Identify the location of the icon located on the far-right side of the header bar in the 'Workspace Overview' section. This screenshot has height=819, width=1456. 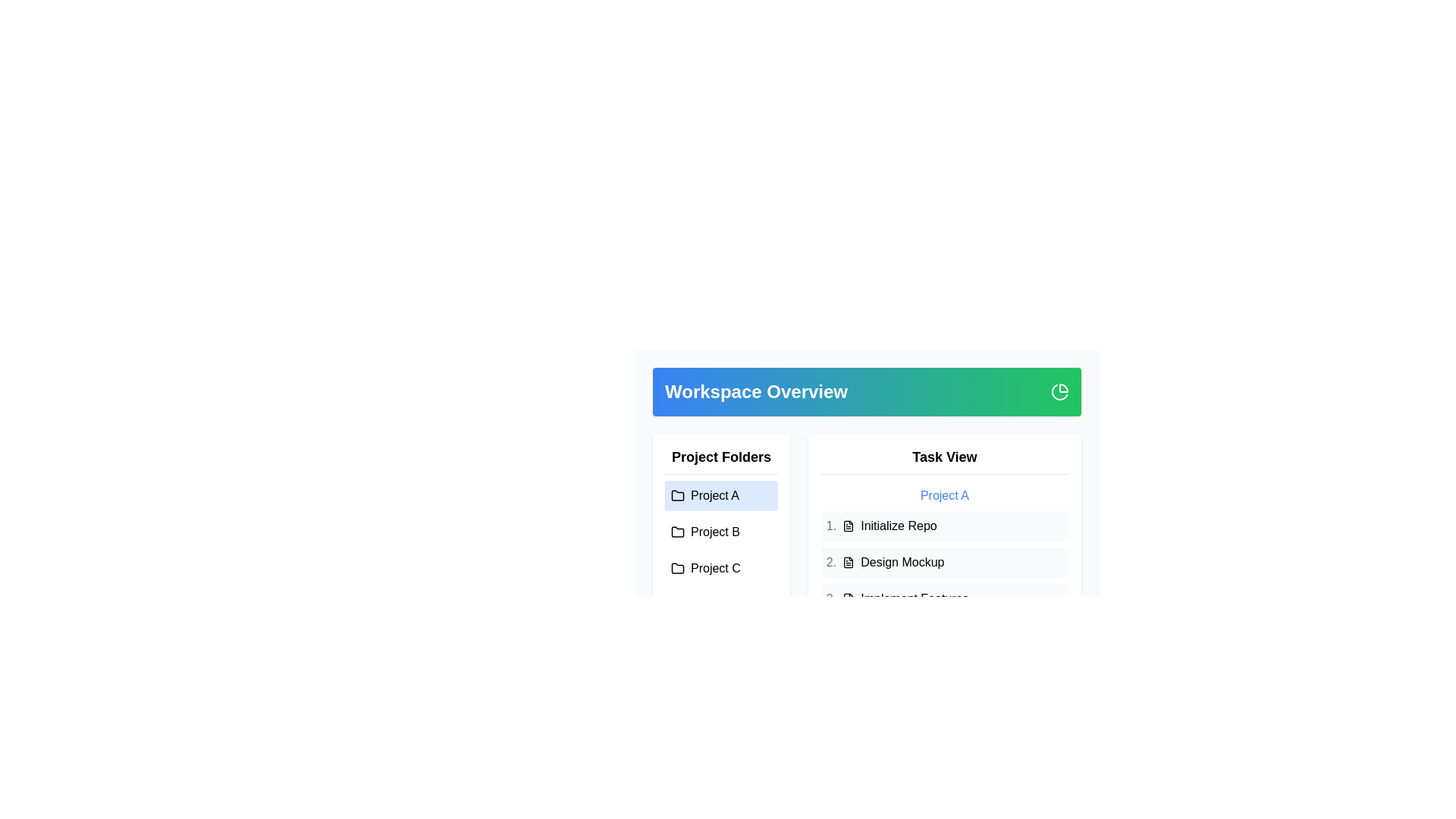
(1059, 391).